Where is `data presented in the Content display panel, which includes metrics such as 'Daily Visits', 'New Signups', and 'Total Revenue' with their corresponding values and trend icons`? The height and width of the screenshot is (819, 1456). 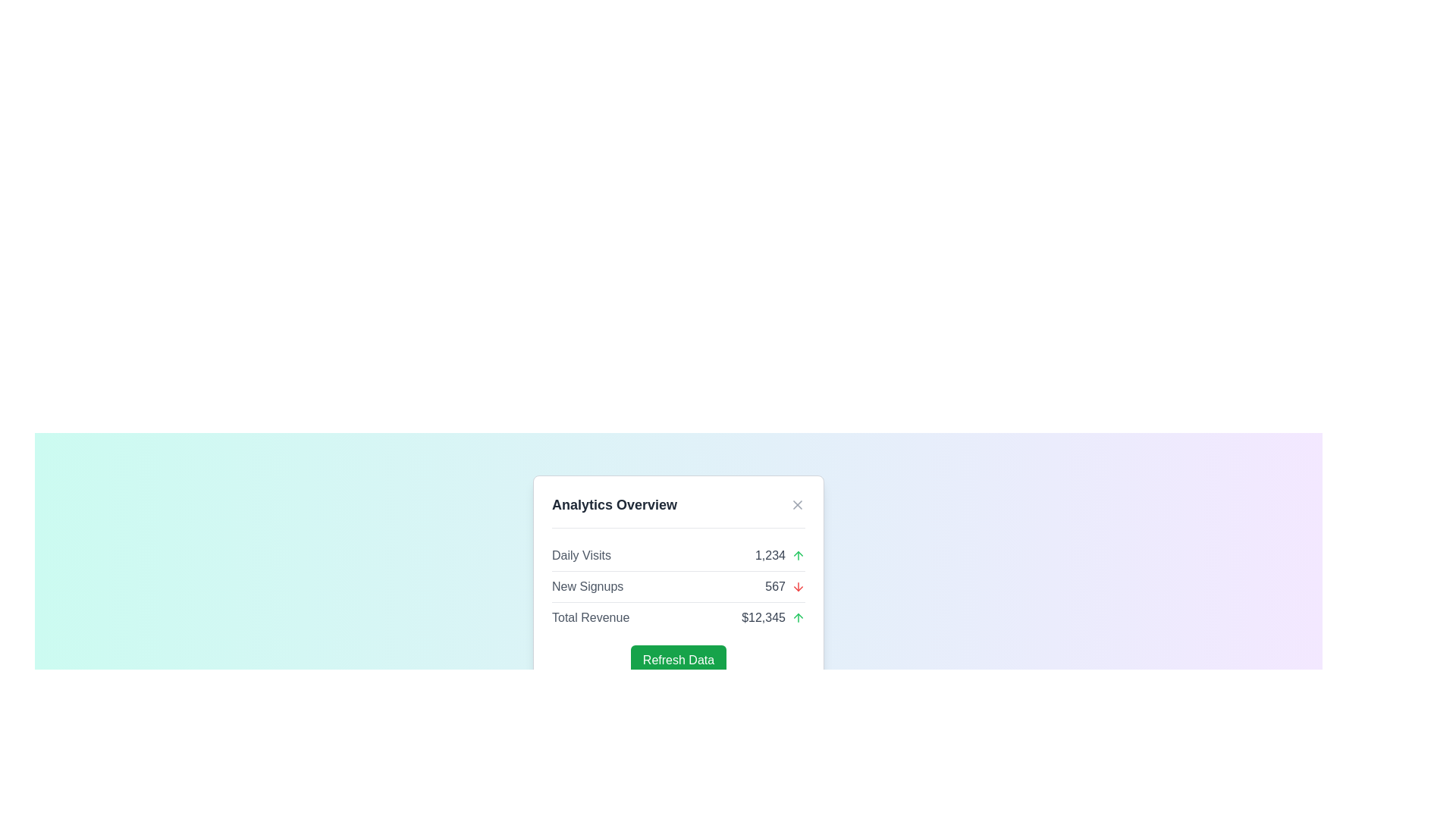
data presented in the Content display panel, which includes metrics such as 'Daily Visits', 'New Signups', and 'Total Revenue' with their corresponding values and trend icons is located at coordinates (677, 586).